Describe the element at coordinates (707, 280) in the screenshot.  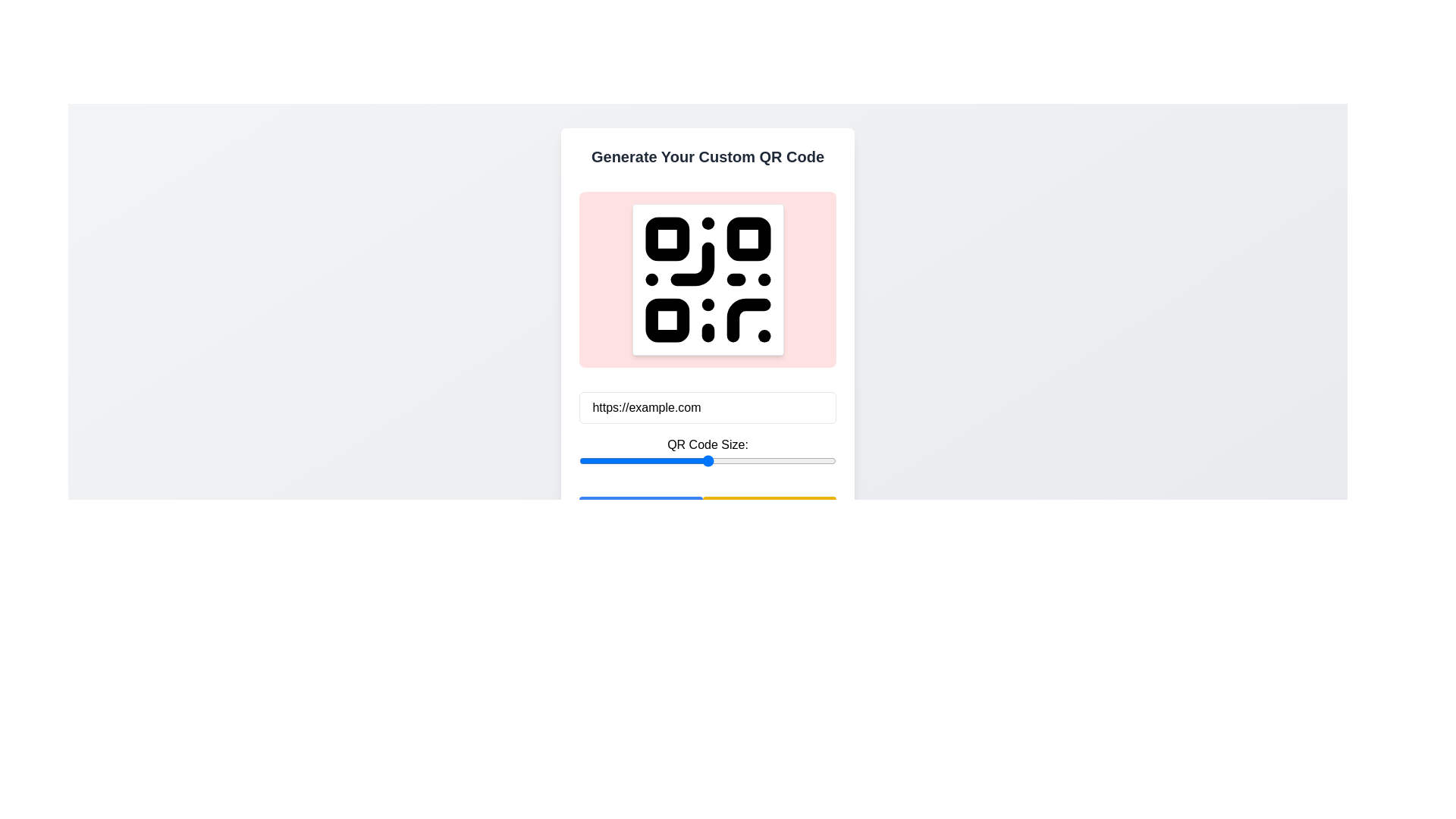
I see `the QR code SVG graphic, which is centrally located within a colored rectangle on a card UI component` at that location.